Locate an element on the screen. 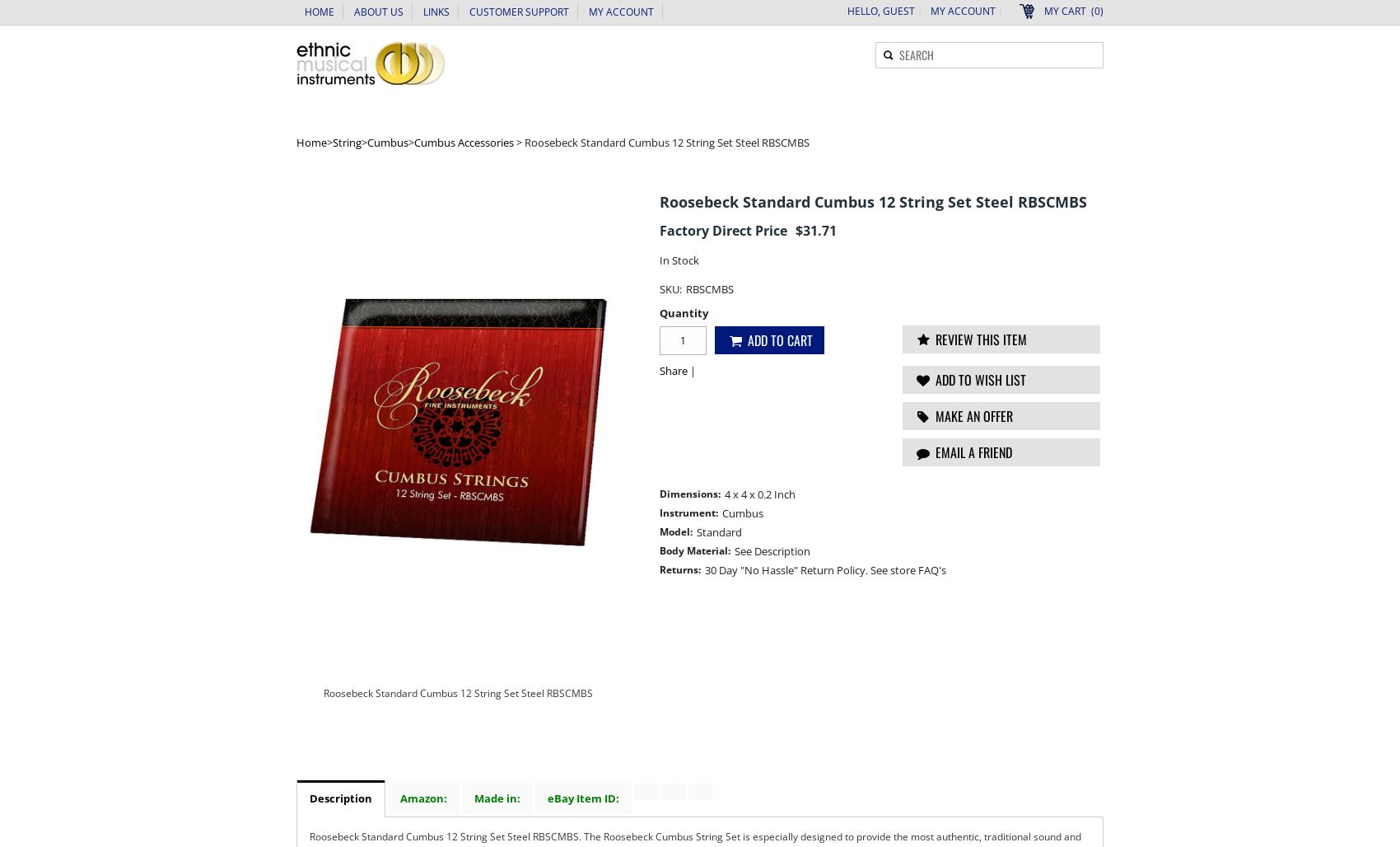  'Instrument:' is located at coordinates (659, 512).